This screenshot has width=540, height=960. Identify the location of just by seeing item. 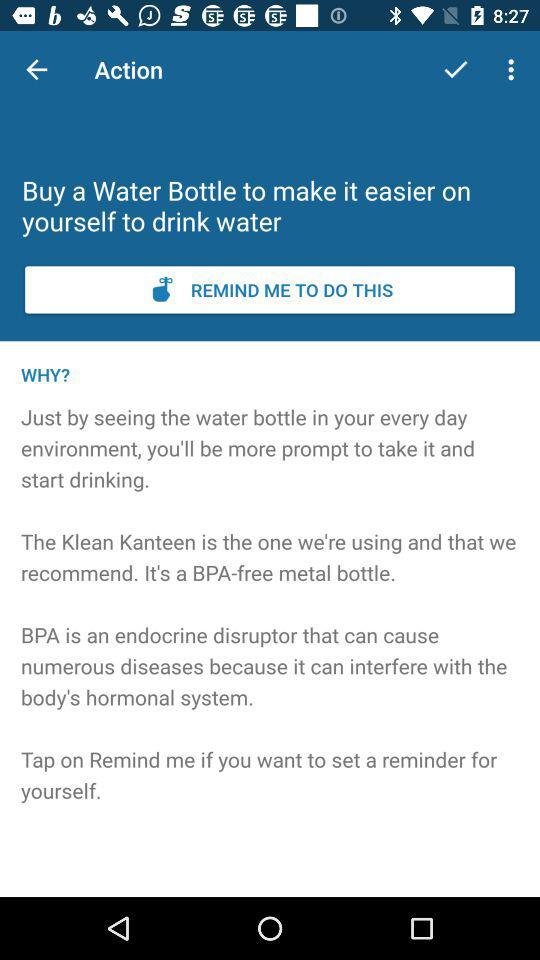
(270, 630).